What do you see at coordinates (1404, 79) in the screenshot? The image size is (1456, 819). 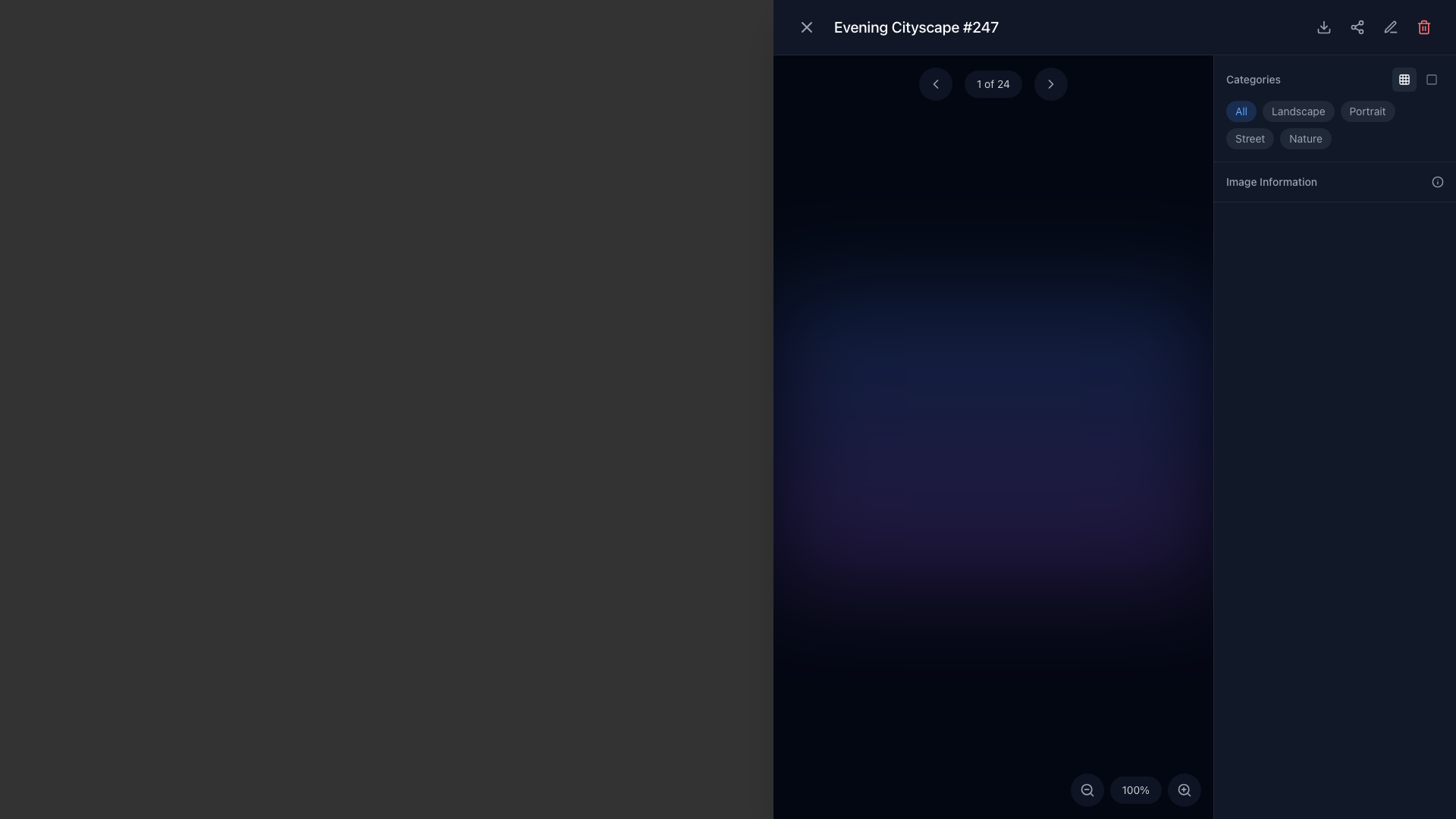 I see `the central rectangle within the grid arrangement, which serves as a decorative or organizational subcomponent of a grid icon indicating graph or layout settings` at bounding box center [1404, 79].